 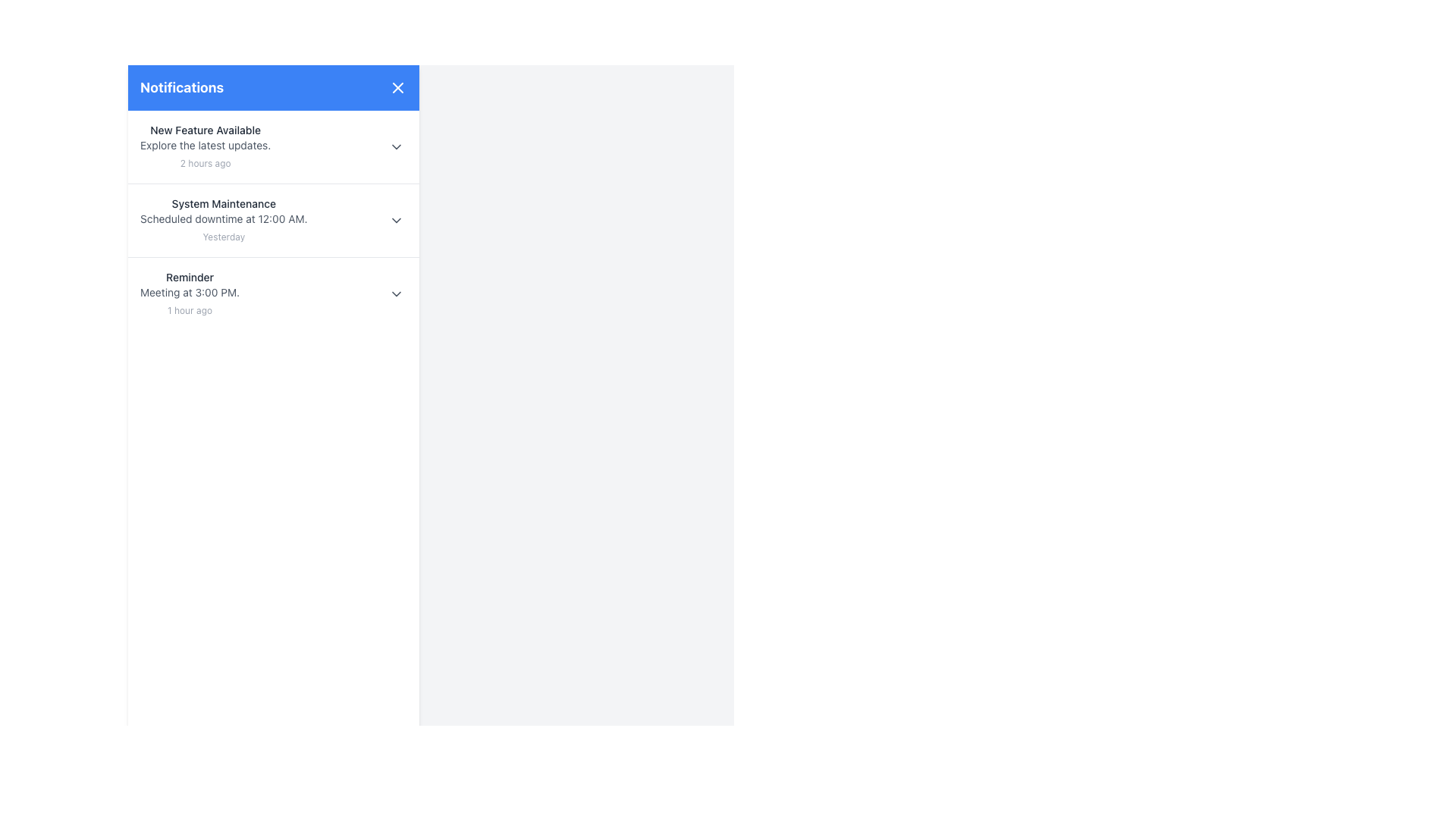 I want to click on the chevron icon next to the text 'Explore the latest updates' in the 'New Feature Available' notification section, so click(x=397, y=146).